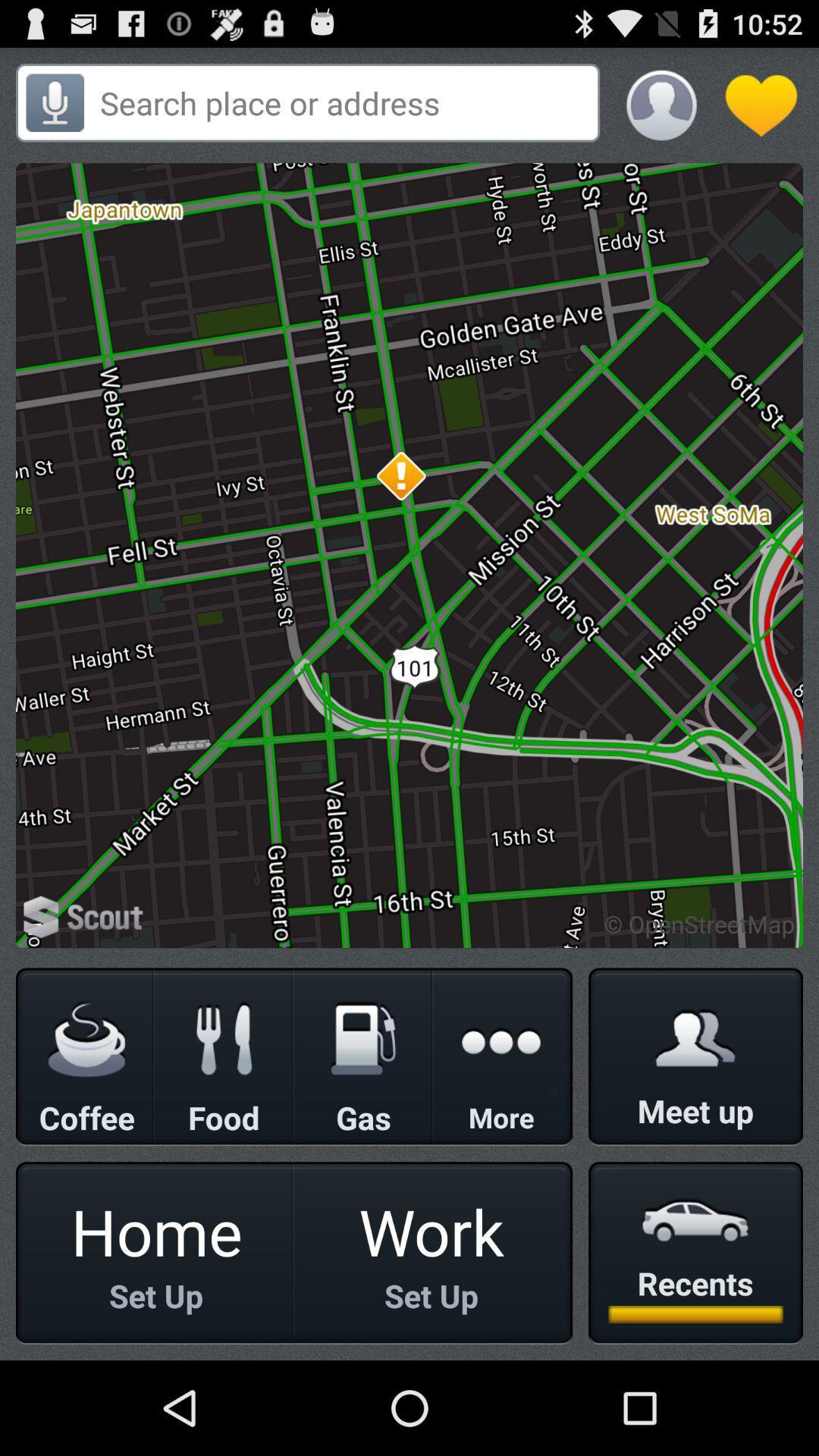 The height and width of the screenshot is (1456, 819). What do you see at coordinates (695, 1037) in the screenshot?
I see `the user icon which is above the text meet up` at bounding box center [695, 1037].